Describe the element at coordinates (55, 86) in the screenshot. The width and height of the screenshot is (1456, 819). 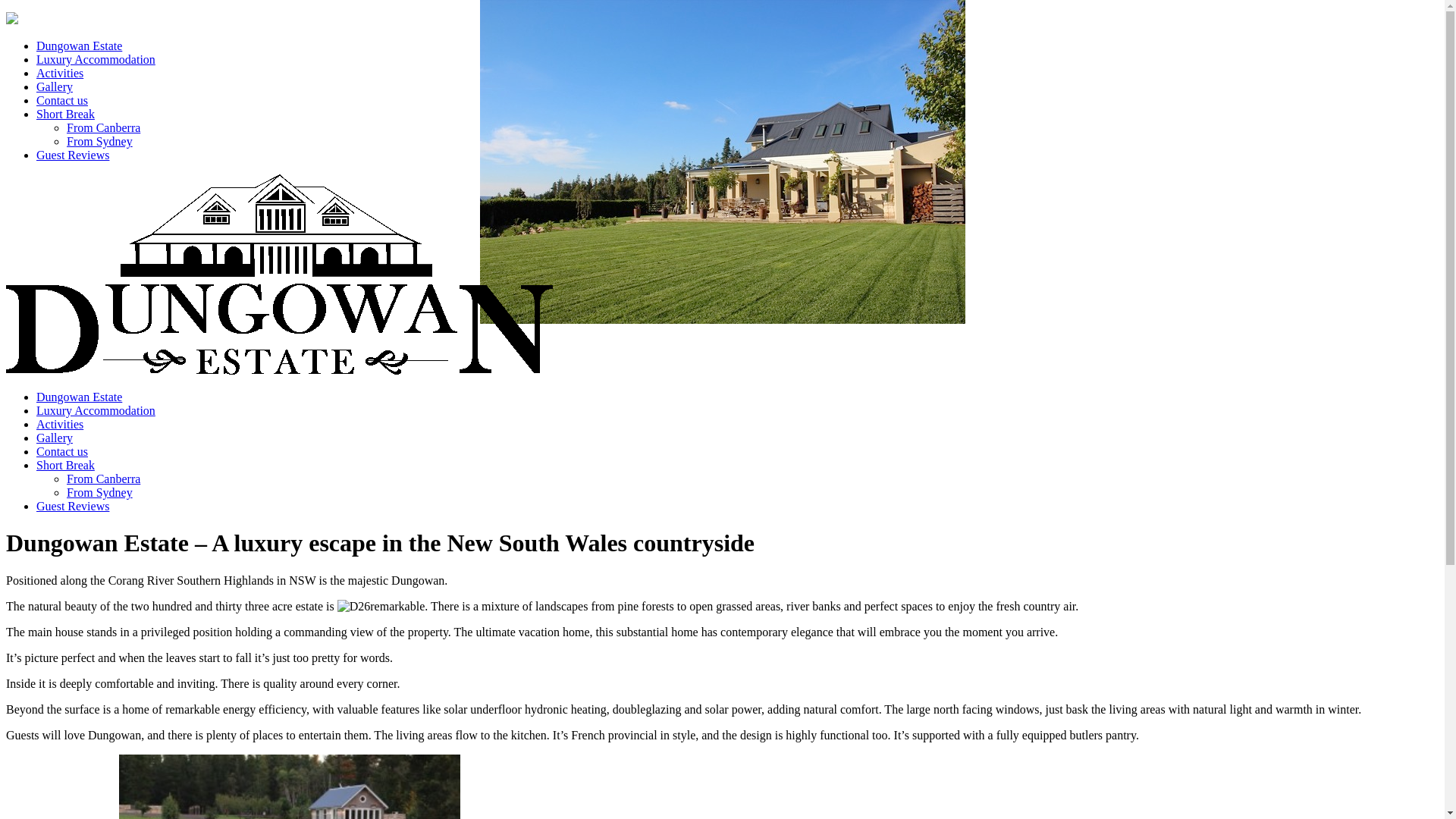
I see `'Gallery'` at that location.